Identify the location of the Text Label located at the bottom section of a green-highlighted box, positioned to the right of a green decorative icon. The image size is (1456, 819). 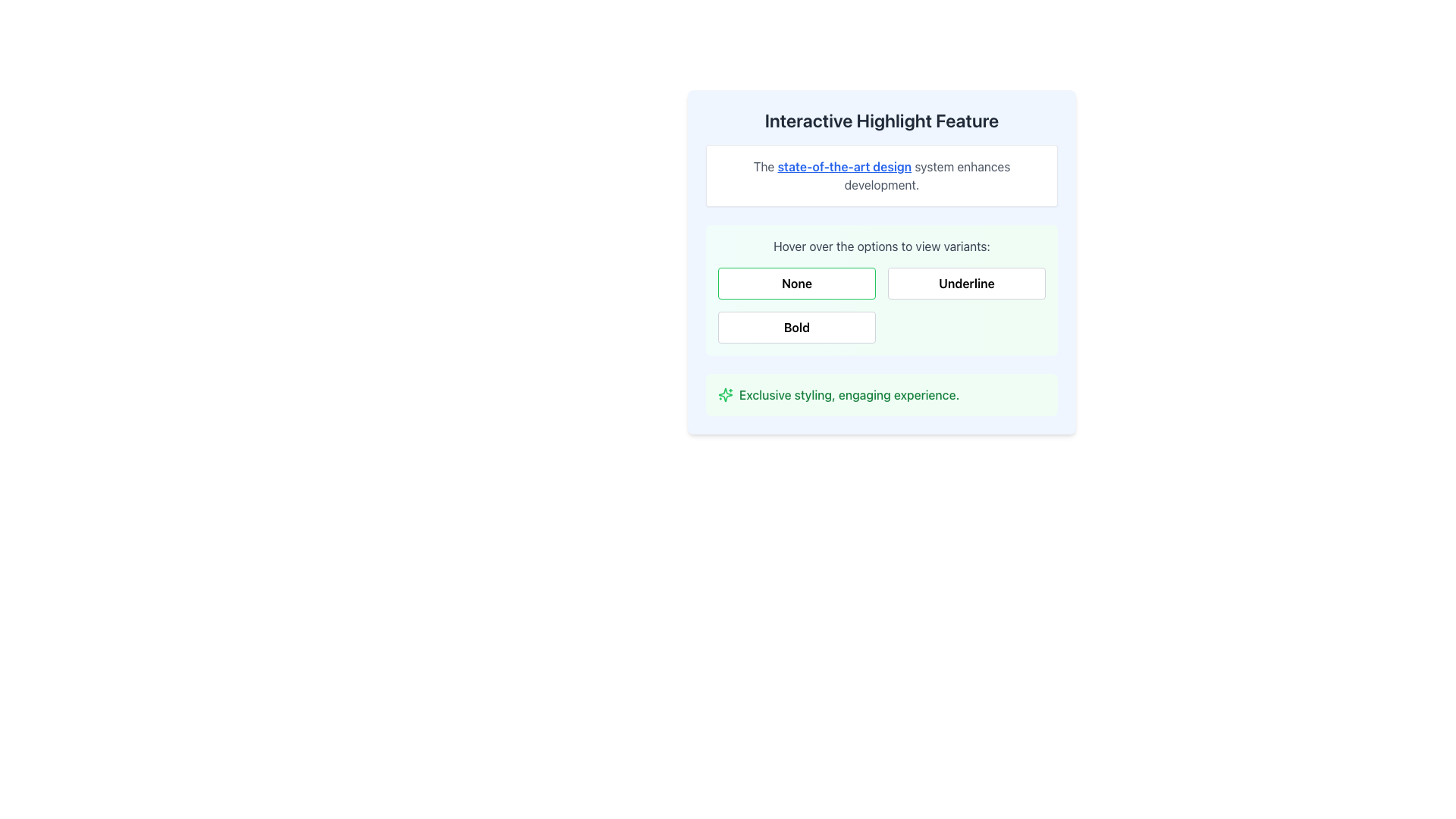
(849, 394).